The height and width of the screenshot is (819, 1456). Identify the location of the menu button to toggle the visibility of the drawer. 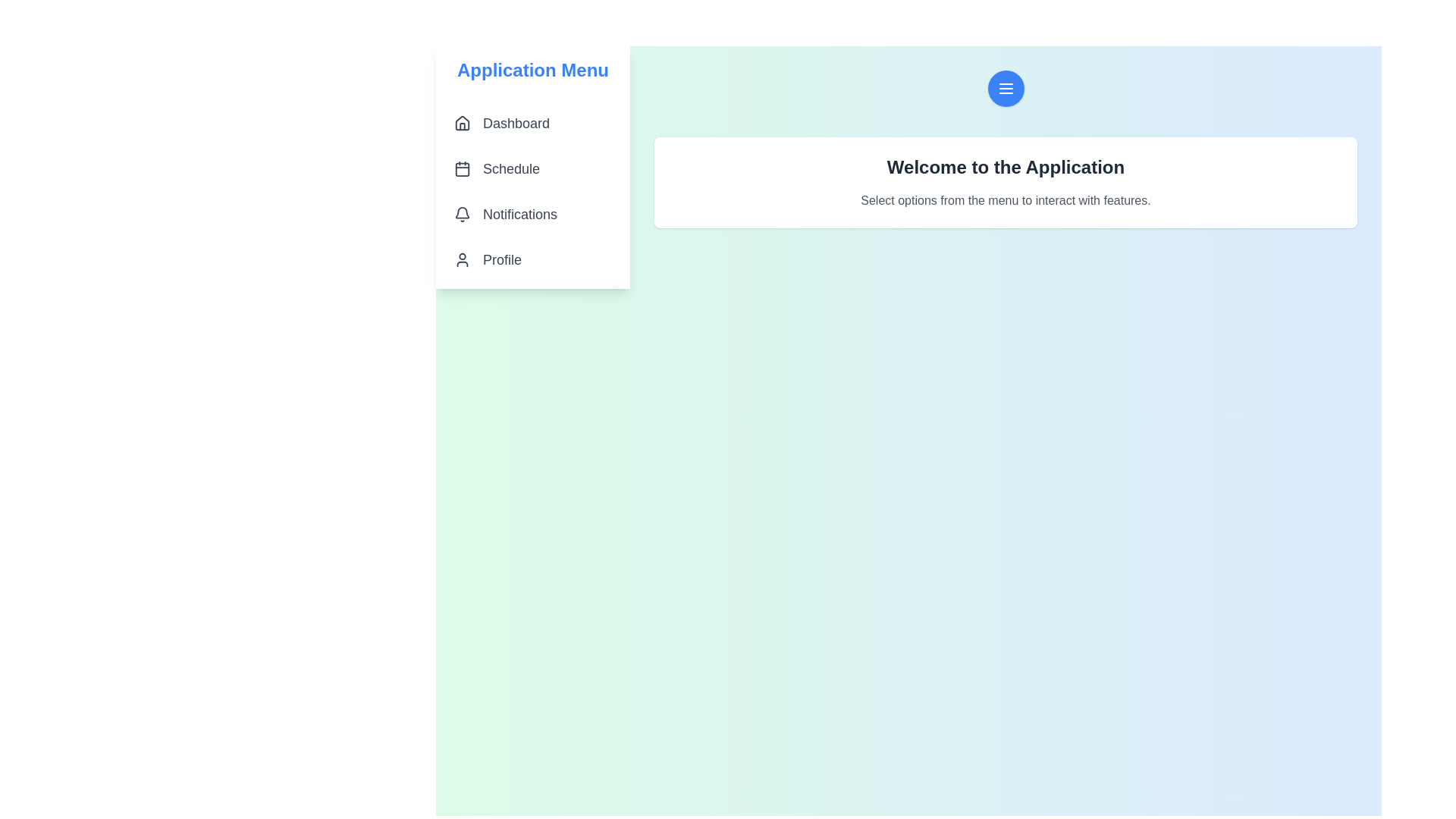
(1006, 88).